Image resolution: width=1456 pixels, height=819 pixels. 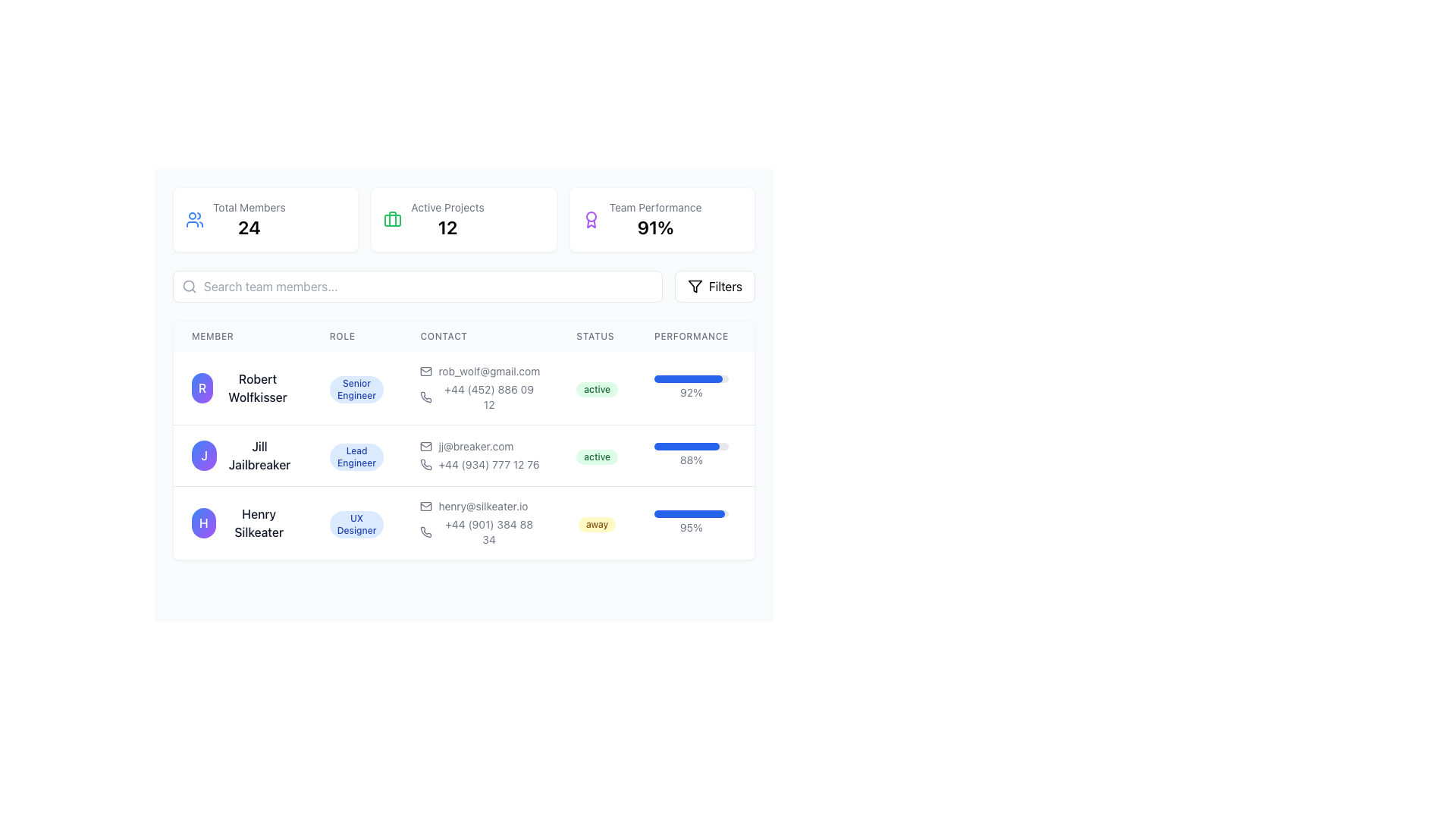 I want to click on the 'active' badge styled label in the 'Status' column for 'Robert Wolfkisser', which has a green background and text, so click(x=596, y=388).